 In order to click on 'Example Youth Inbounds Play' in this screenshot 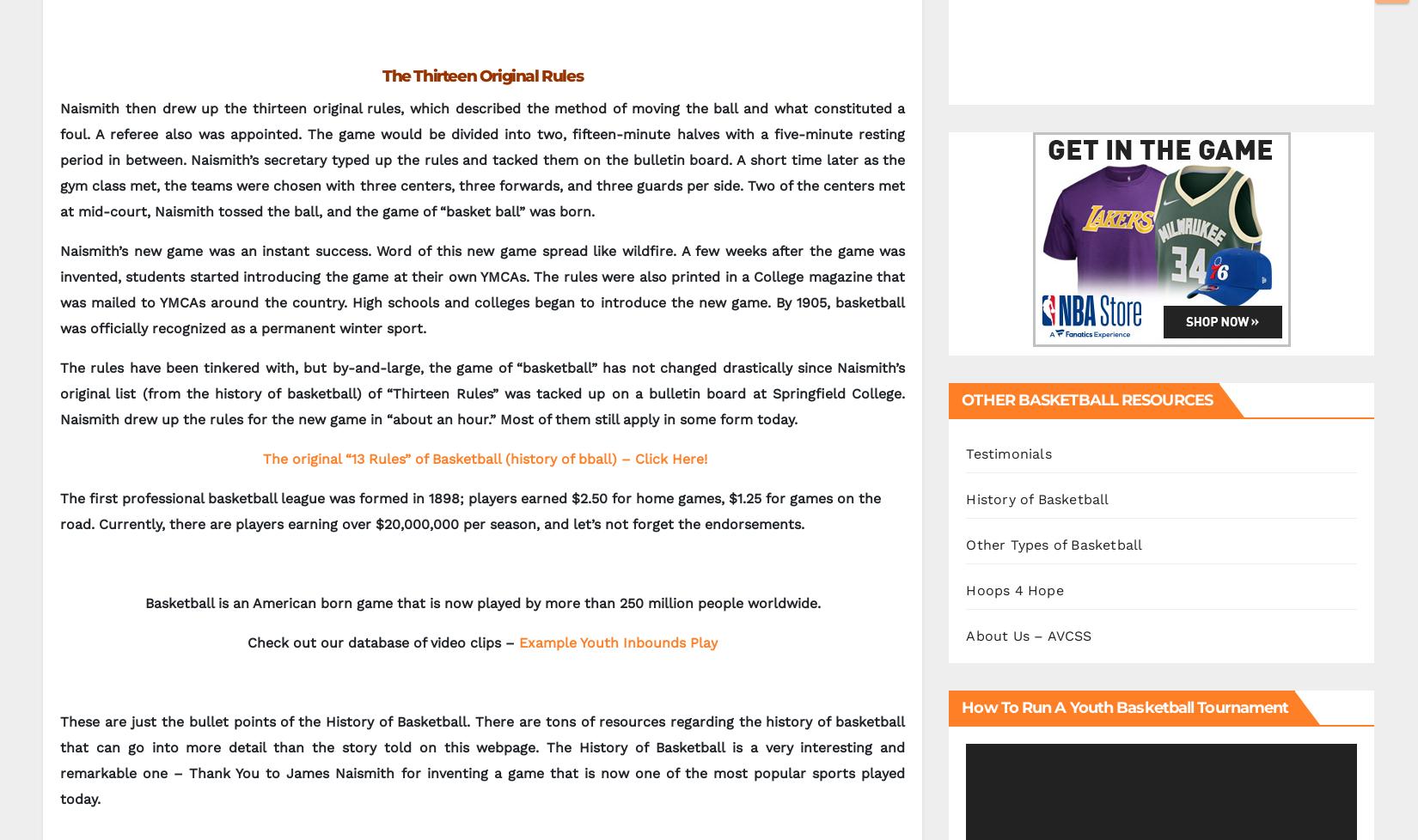, I will do `click(617, 642)`.